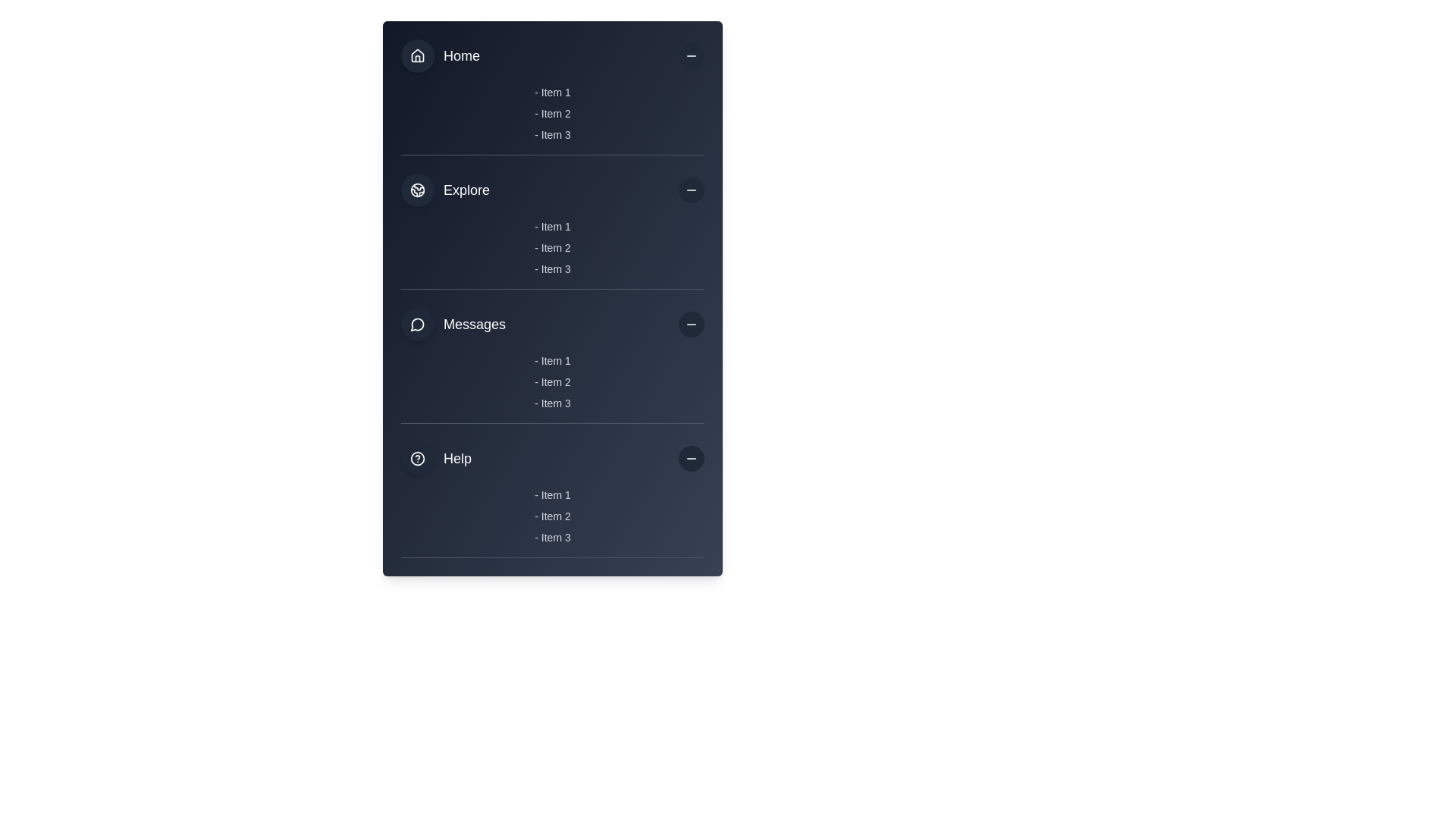 The image size is (1456, 819). What do you see at coordinates (418, 458) in the screenshot?
I see `the circular help icon with a question mark symbol, positioned to the left of the 'Help' label` at bounding box center [418, 458].